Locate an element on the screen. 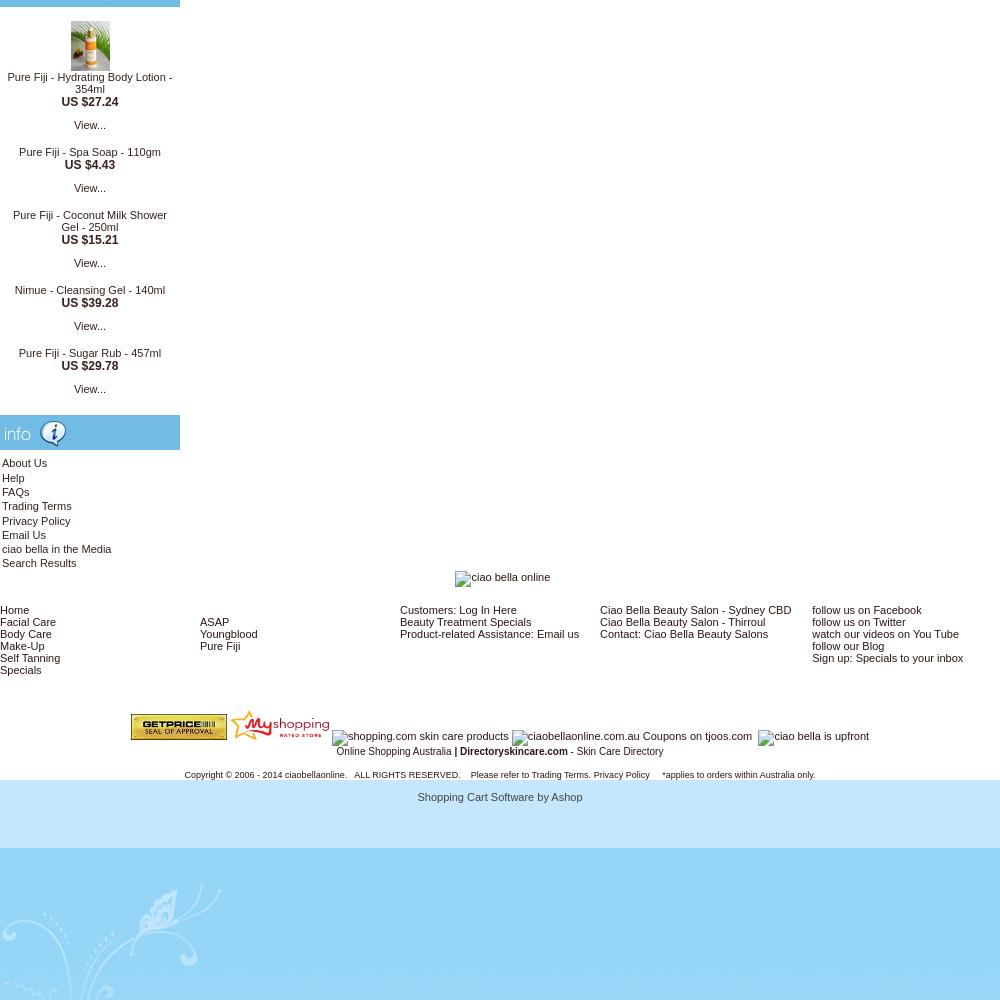  '$4.43' is located at coordinates (98, 165).